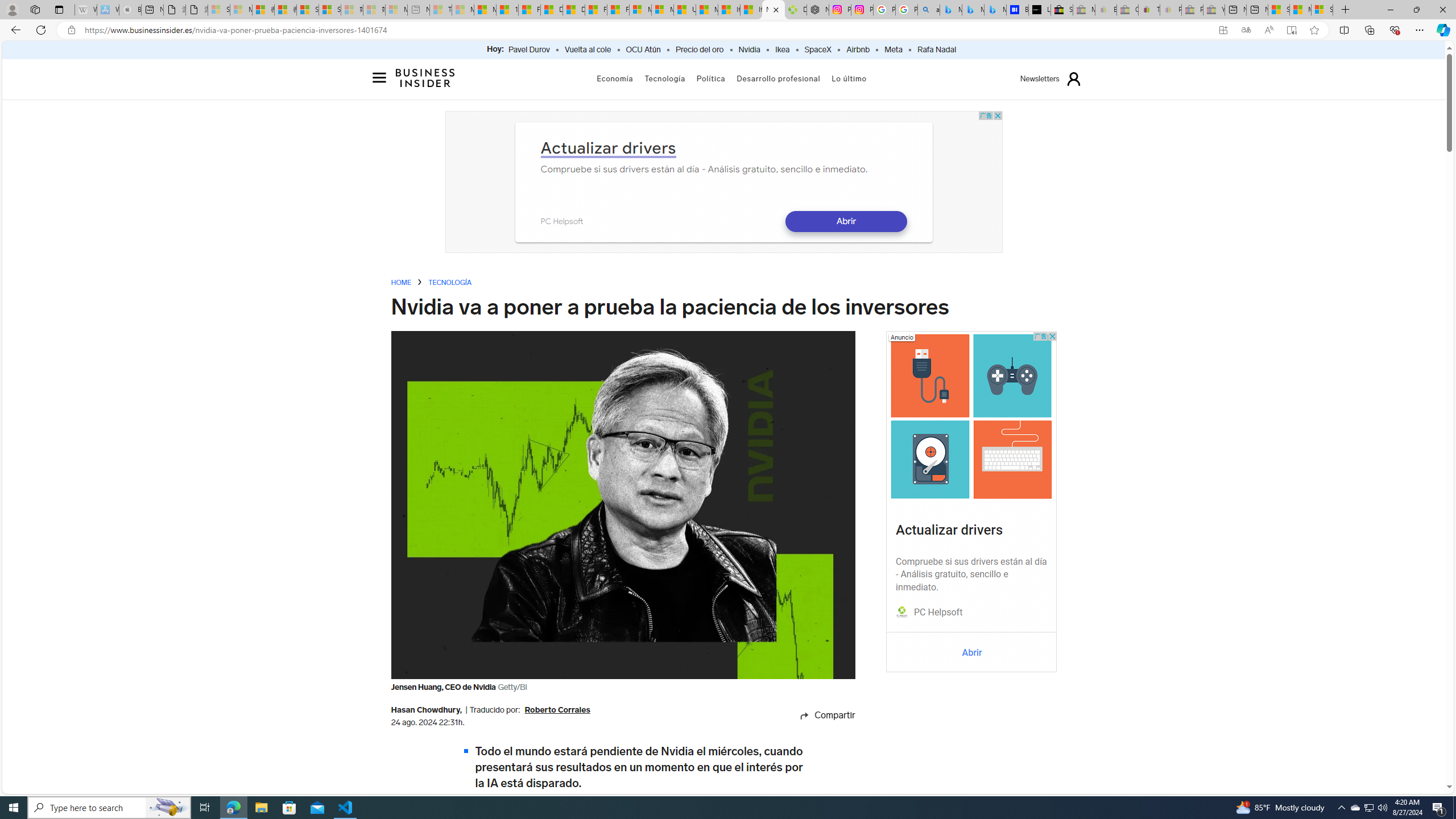  What do you see at coordinates (1192, 9) in the screenshot?
I see `'Press Room - eBay Inc. - Sleeping'` at bounding box center [1192, 9].